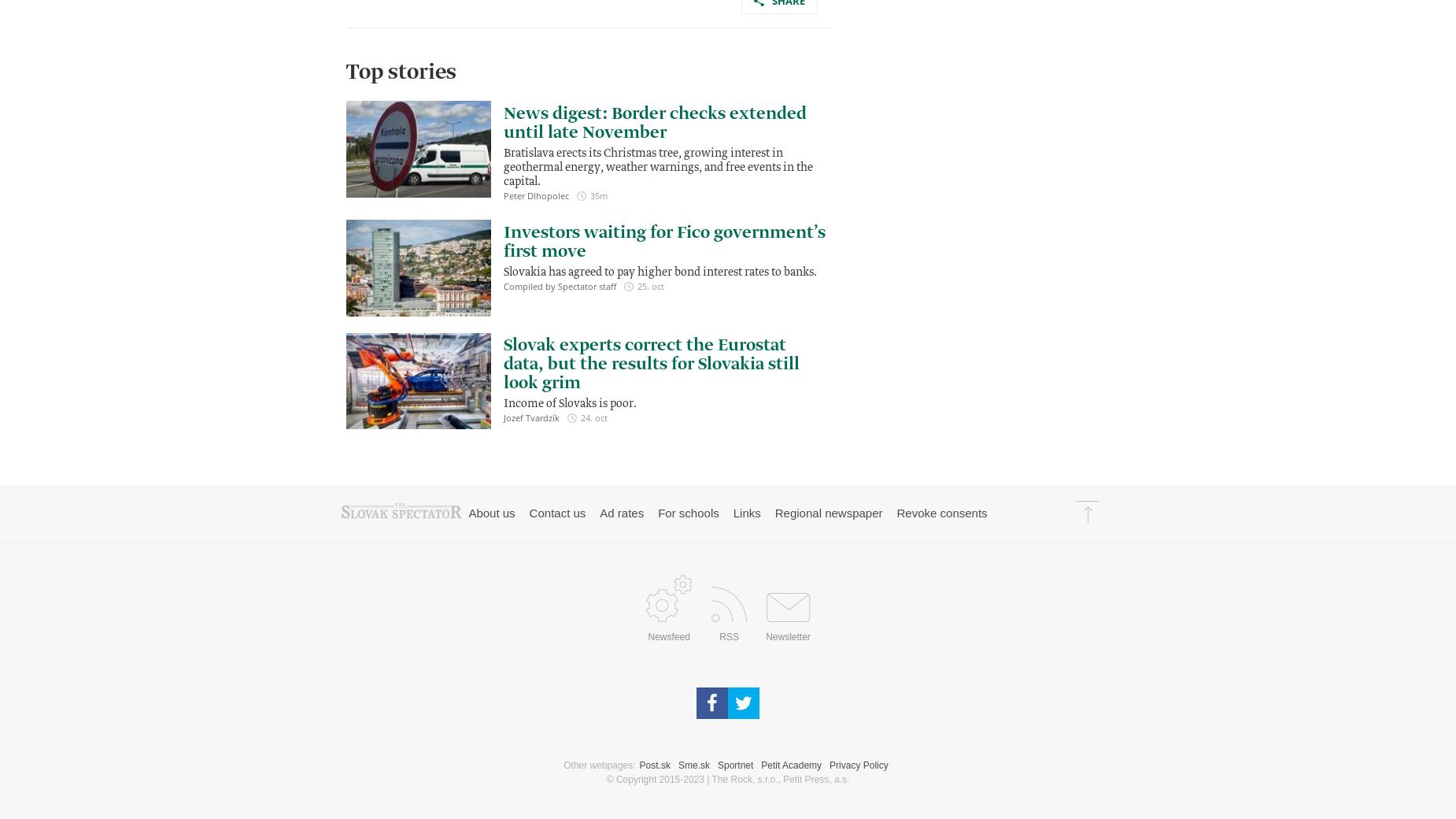 The height and width of the screenshot is (819, 1456). Describe the element at coordinates (650, 365) in the screenshot. I see `'Slovak experts correct the Eurostat data, but the results for Slovakia still look grim'` at that location.